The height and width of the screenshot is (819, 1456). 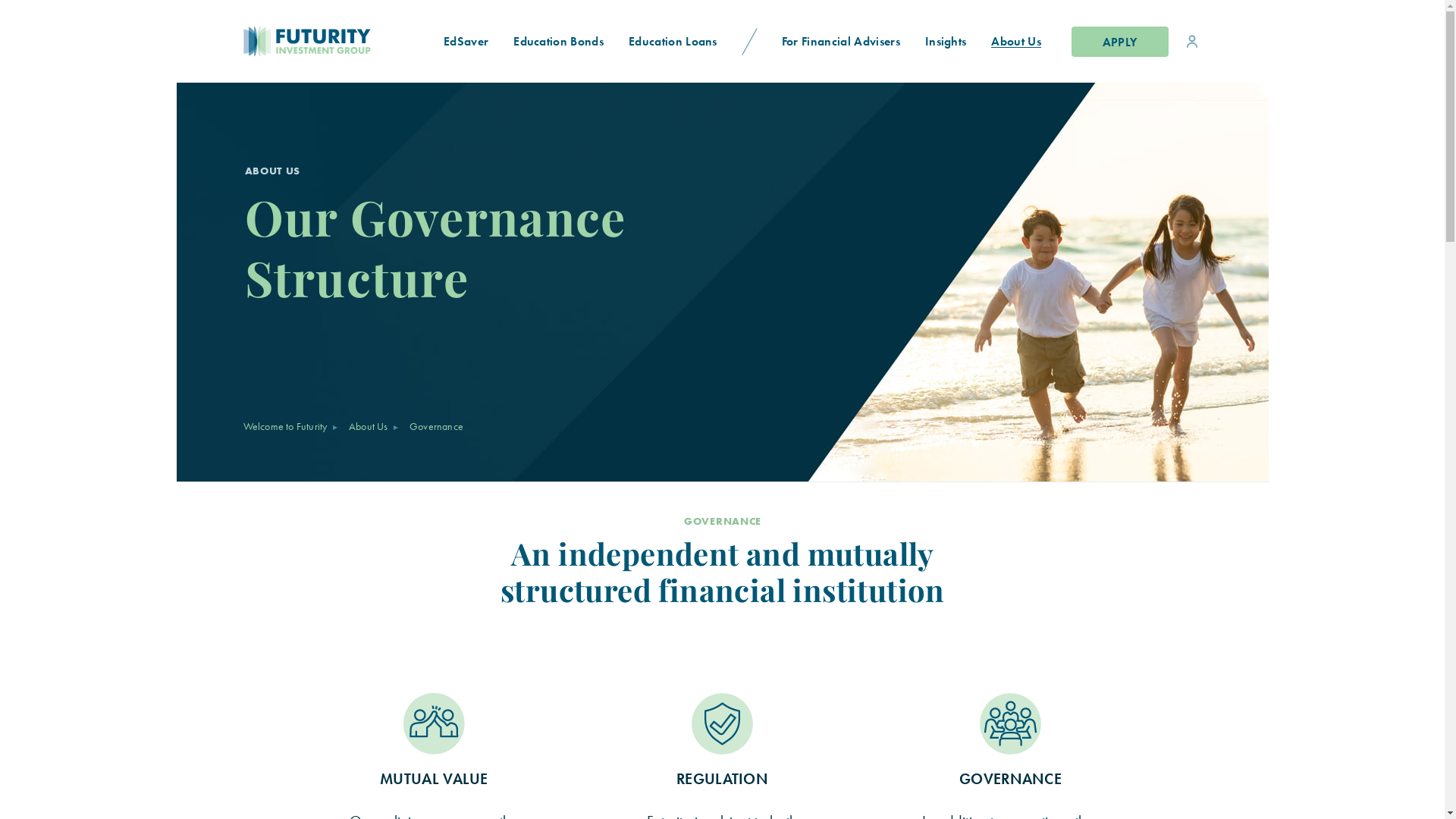 What do you see at coordinates (945, 40) in the screenshot?
I see `'Insights'` at bounding box center [945, 40].